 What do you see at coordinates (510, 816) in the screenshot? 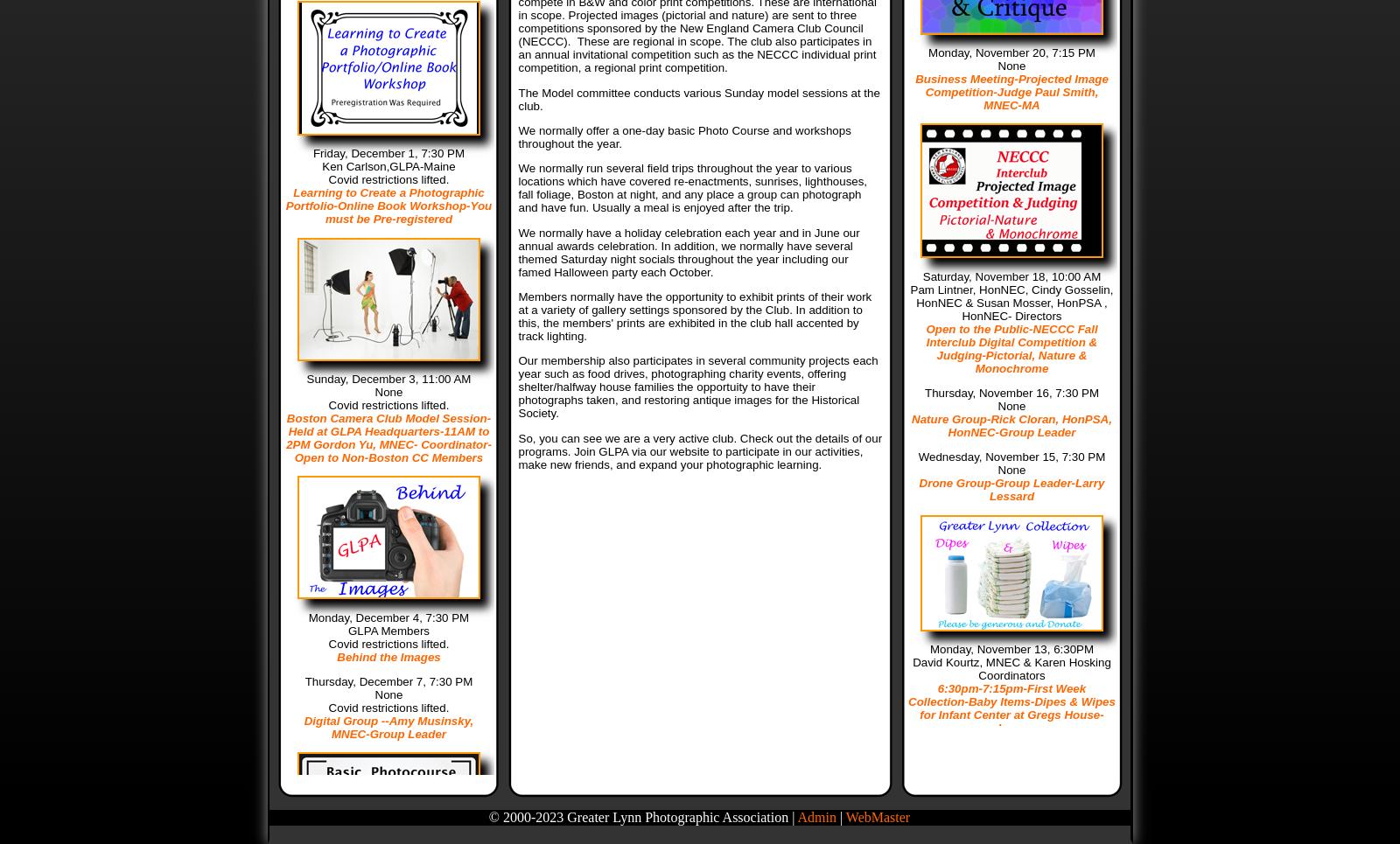
I see `'© 2000-'` at bounding box center [510, 816].